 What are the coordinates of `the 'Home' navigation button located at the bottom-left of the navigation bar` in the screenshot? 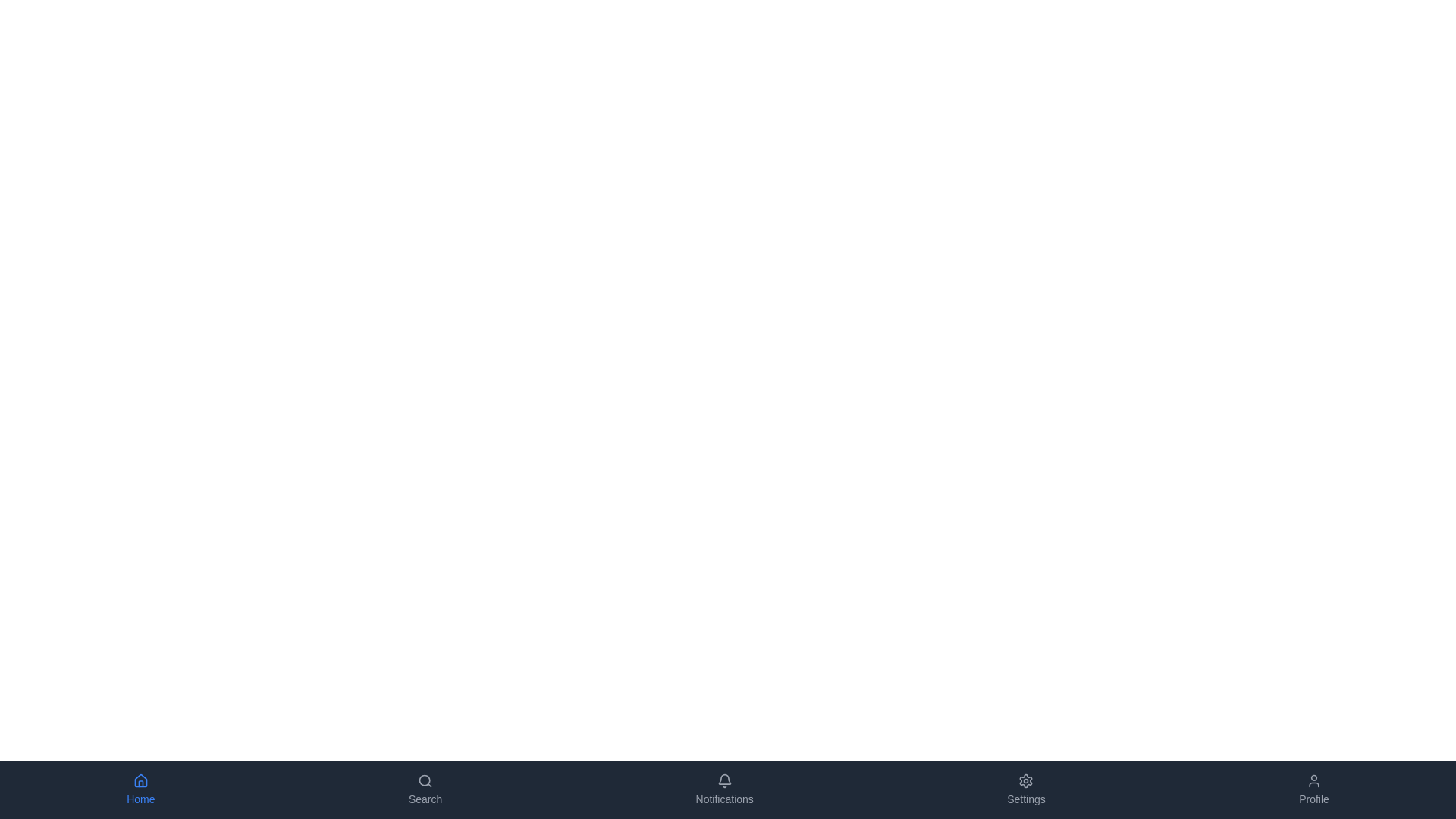 It's located at (140, 789).